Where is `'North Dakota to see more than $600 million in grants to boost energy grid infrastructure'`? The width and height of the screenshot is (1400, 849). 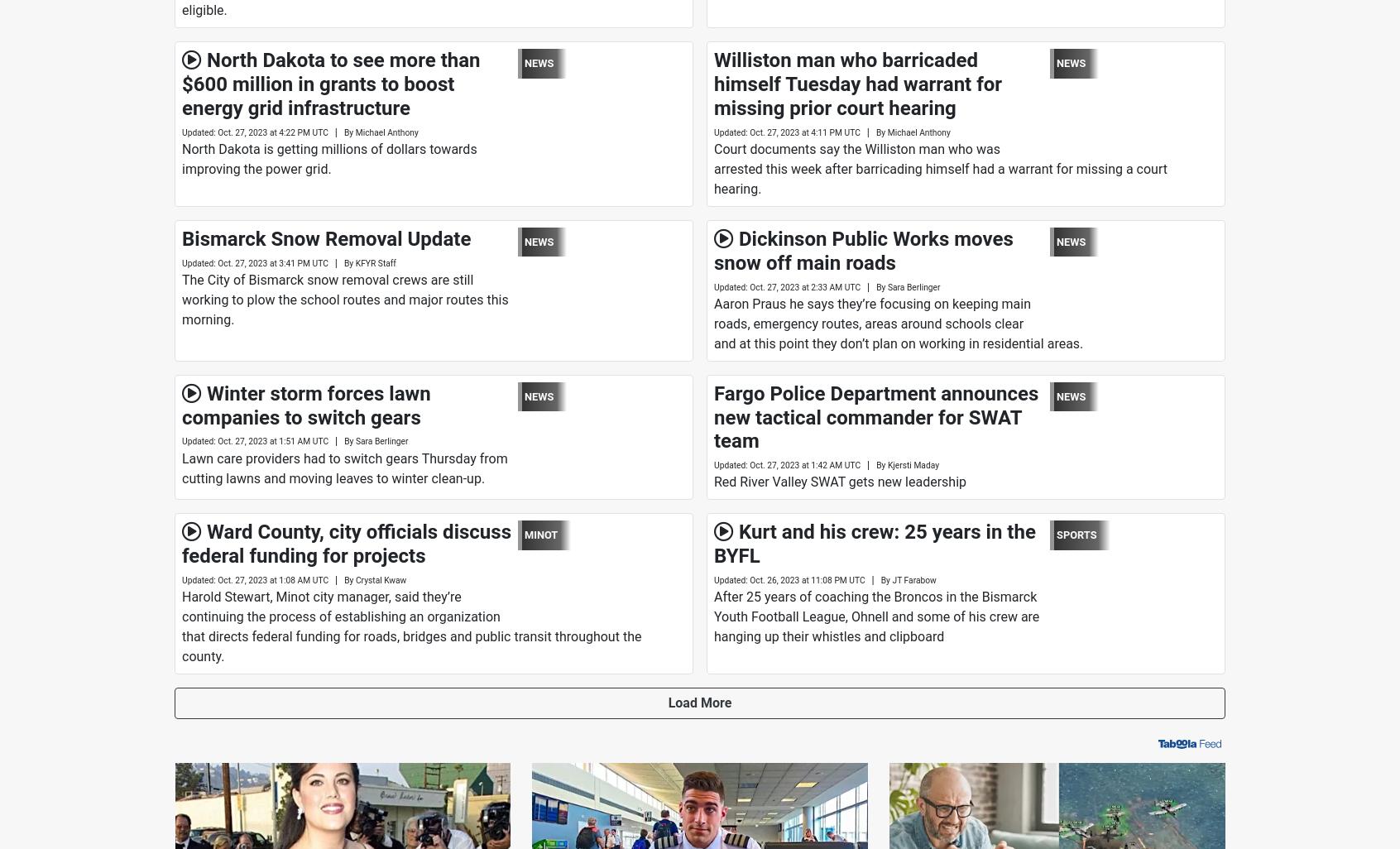
'North Dakota to see more than $600 million in grants to boost energy grid infrastructure' is located at coordinates (330, 83).